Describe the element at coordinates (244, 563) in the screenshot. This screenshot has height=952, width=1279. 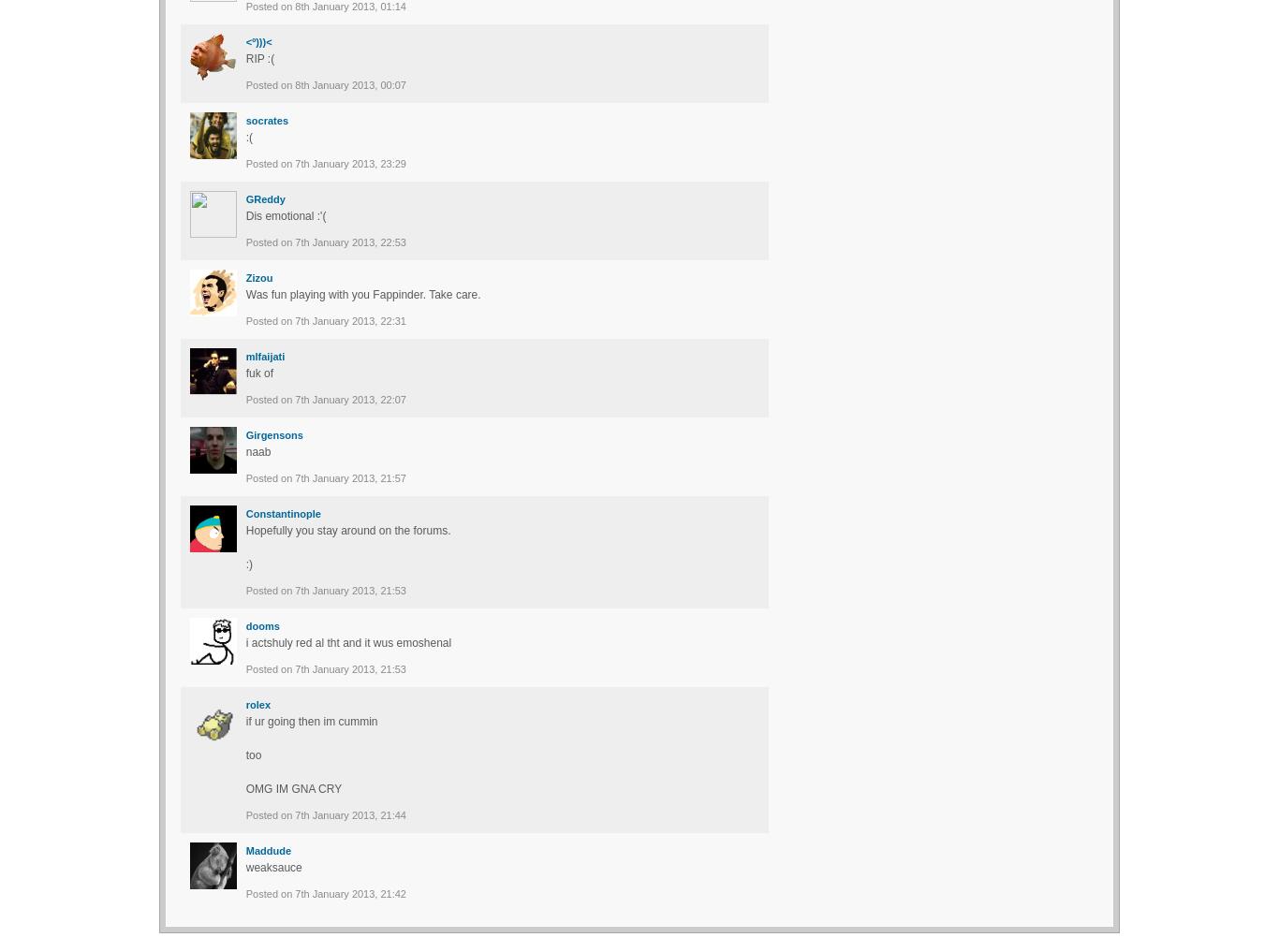
I see `':)'` at that location.